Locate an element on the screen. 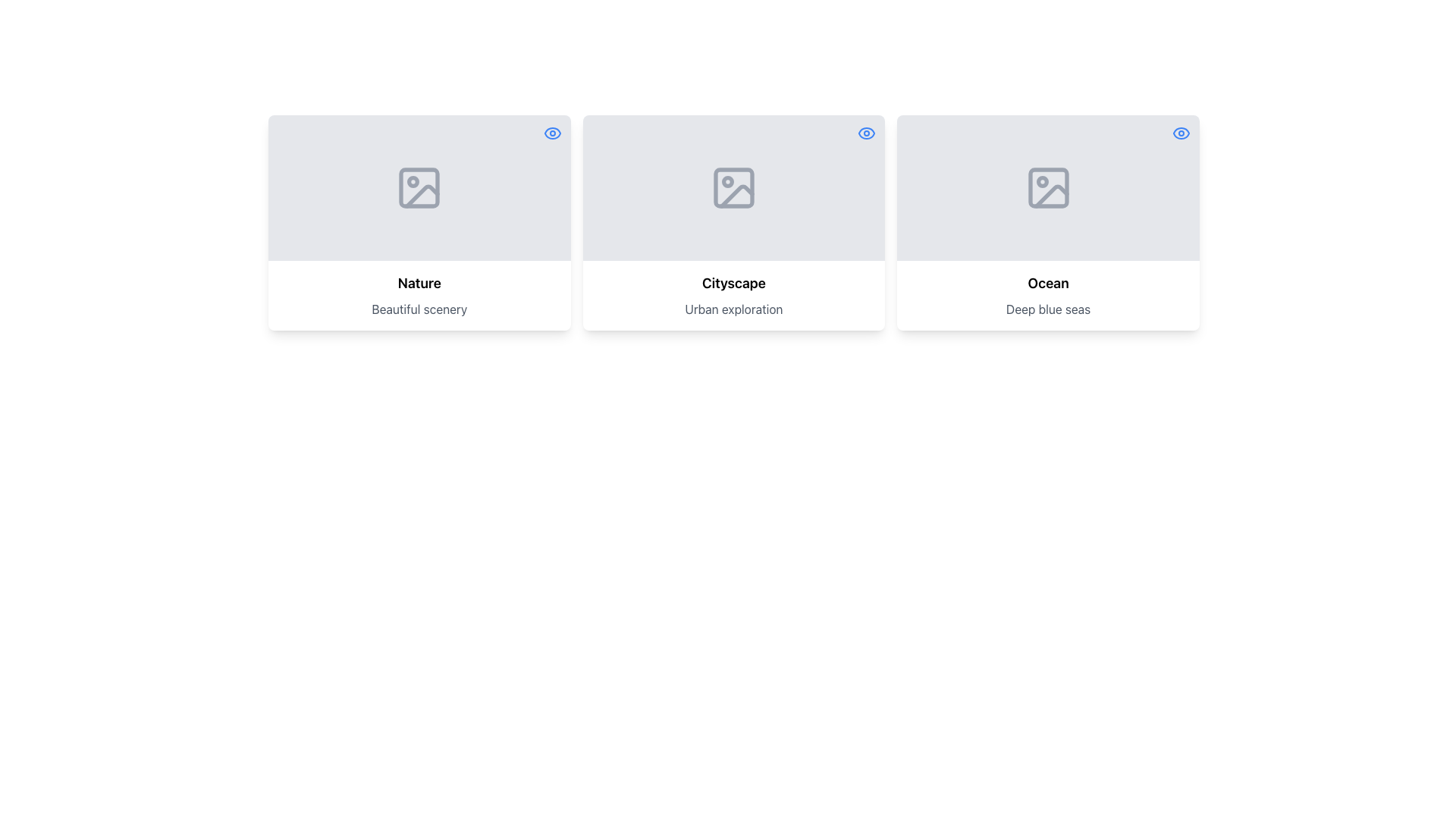  the text label 'Deep blue seas', which is styled in subdued gray color and located below the title 'Ocean' in the third card from the left is located at coordinates (1047, 309).